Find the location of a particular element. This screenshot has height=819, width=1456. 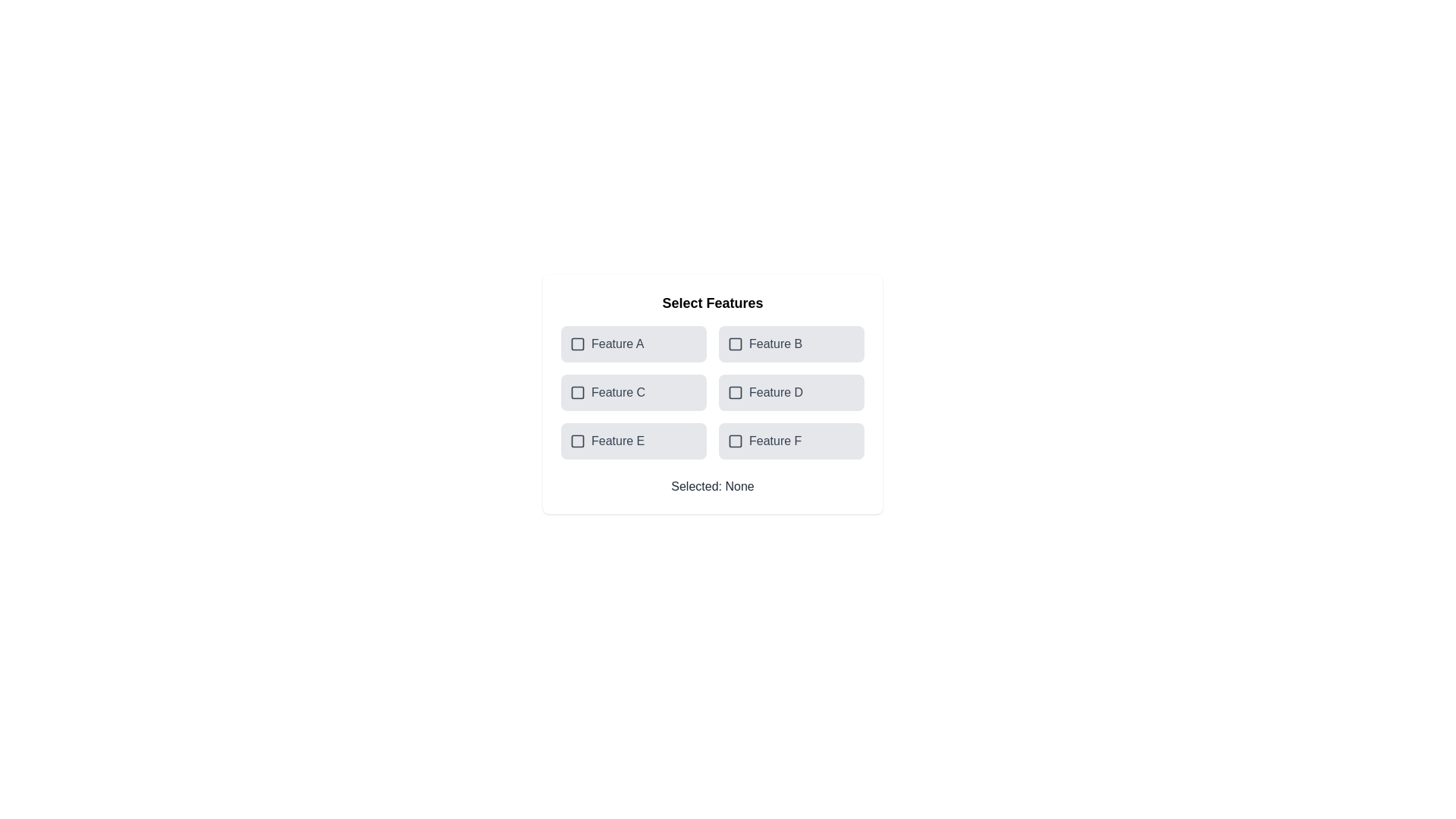

the Checkbox indicator located at the bottom-right corner of the grid associated with 'Feature F' is located at coordinates (735, 441).